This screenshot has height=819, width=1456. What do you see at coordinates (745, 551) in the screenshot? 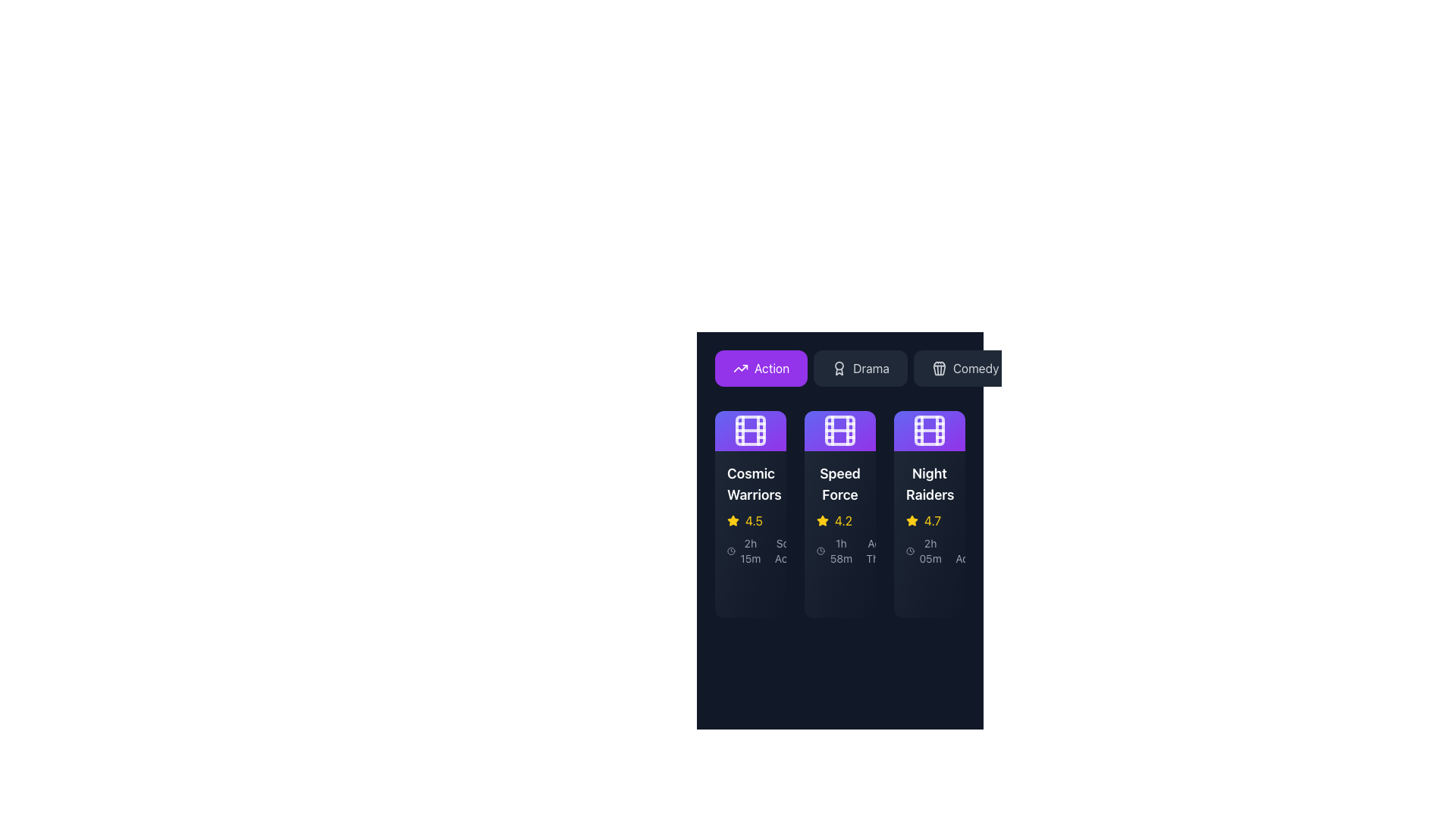
I see `the content of the text label with an icon that displays the duration of the movie 'Cosmic Warriors', located in the details panel under the movie title and before the genre text` at bounding box center [745, 551].